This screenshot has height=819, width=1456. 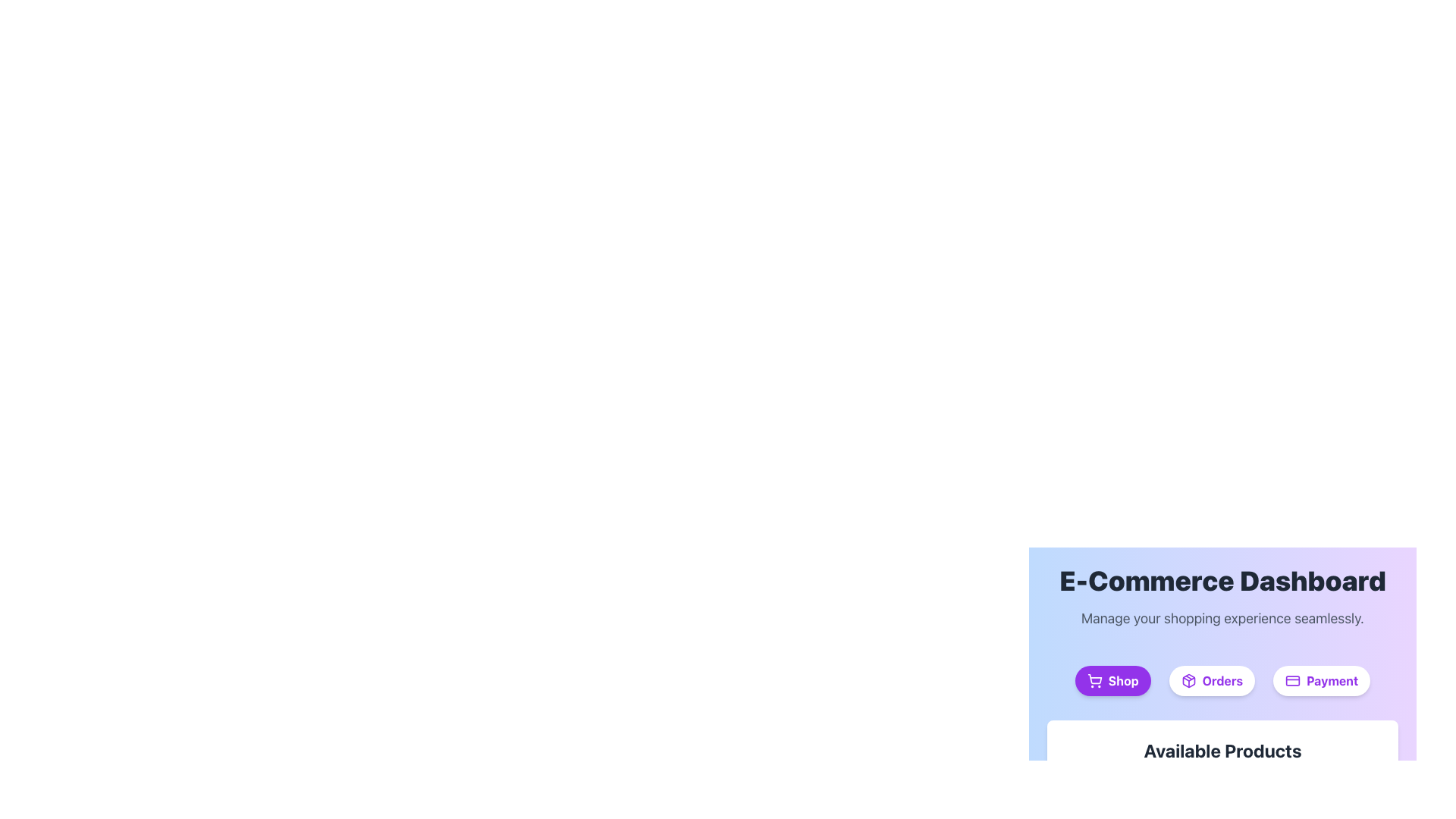 I want to click on the decorative icon associated with the 'Orders' button, which visually reinforces its purpose and is styled with a rounded, white background and purple text, so click(x=1188, y=680).